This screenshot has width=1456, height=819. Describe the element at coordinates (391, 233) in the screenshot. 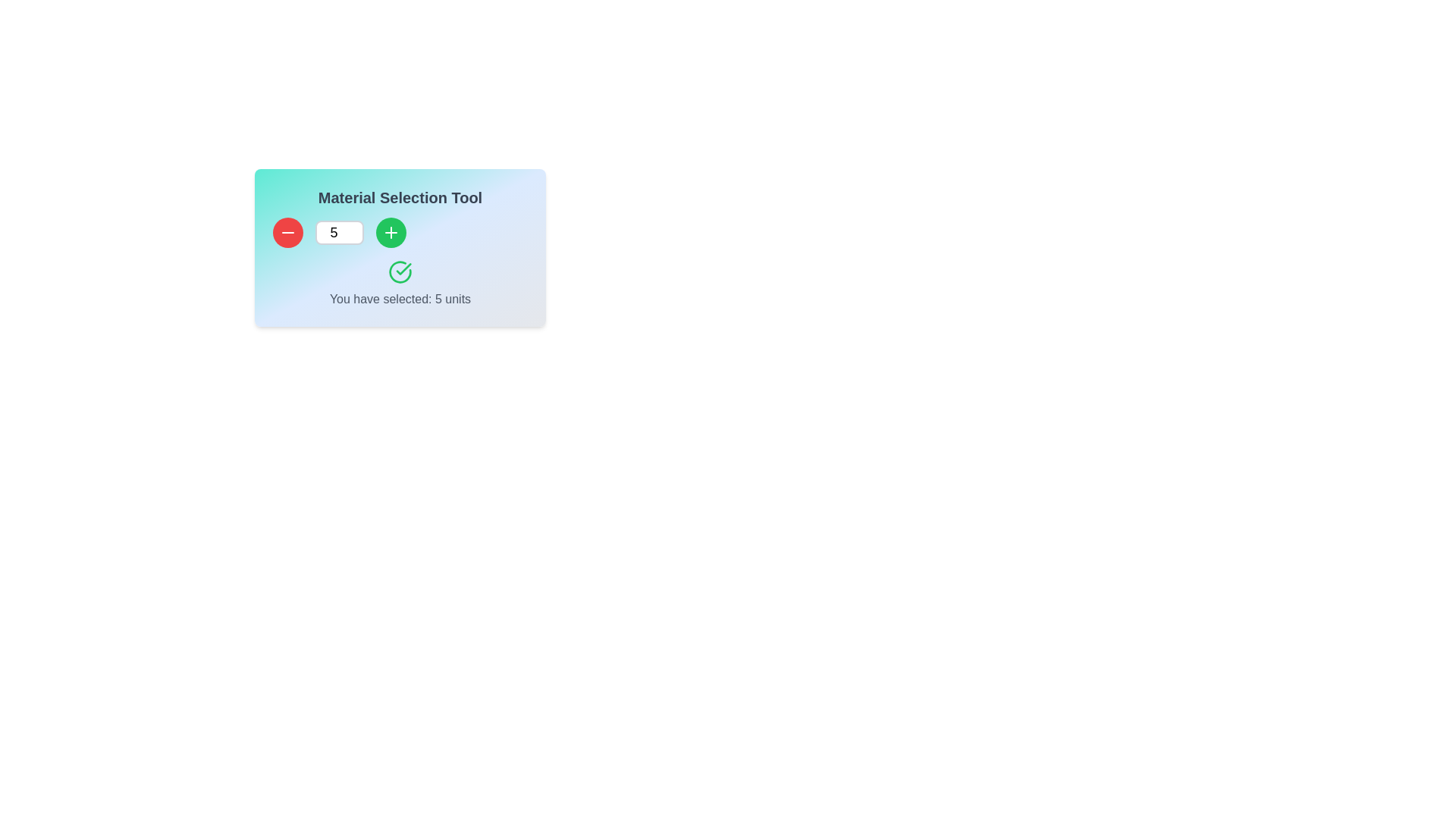

I see `the increment button located to the immediate right of the numeric input field to increase the displayed value by one unit` at that location.